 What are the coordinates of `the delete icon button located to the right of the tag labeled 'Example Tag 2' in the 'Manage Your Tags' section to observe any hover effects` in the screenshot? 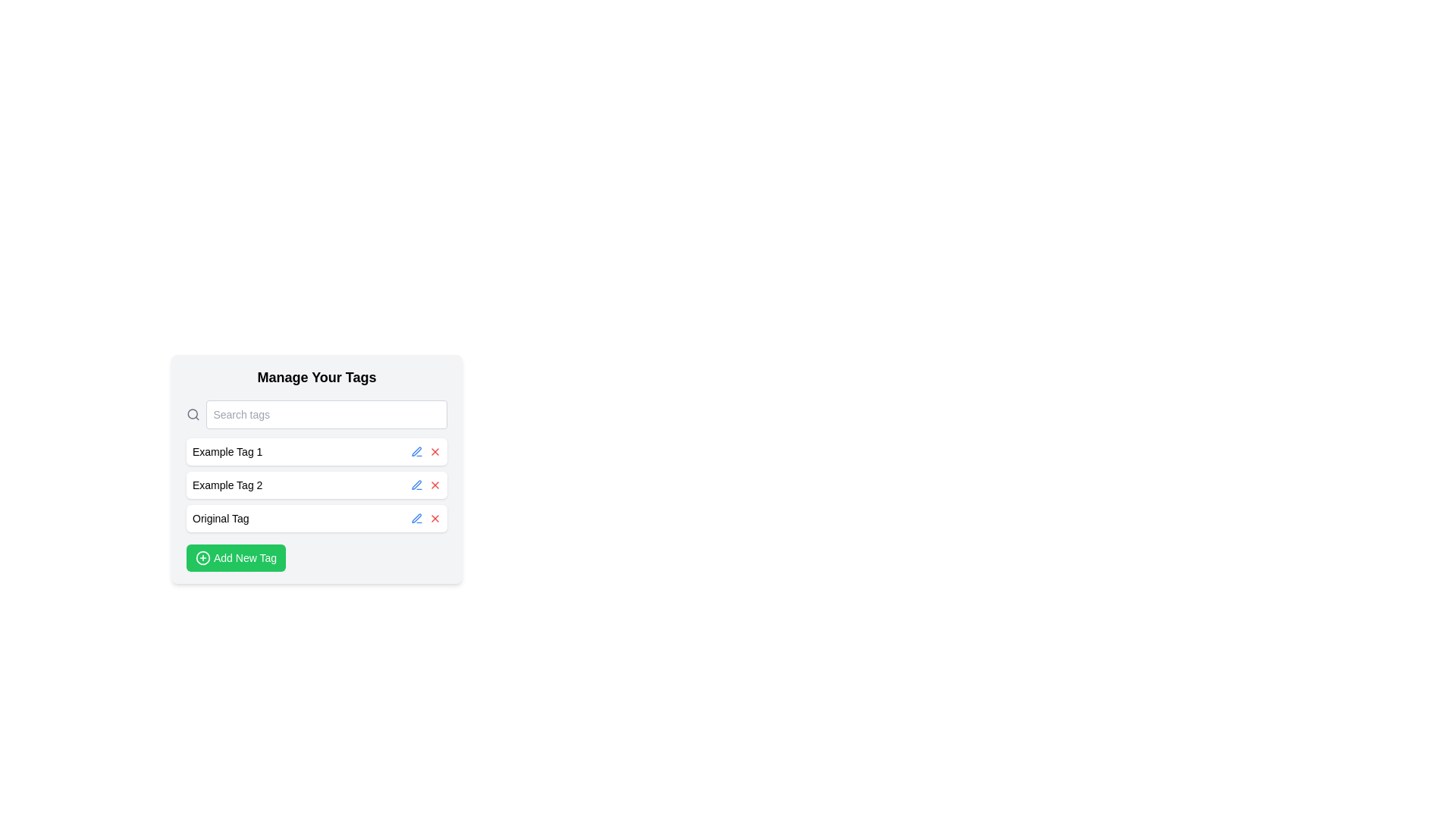 It's located at (435, 485).